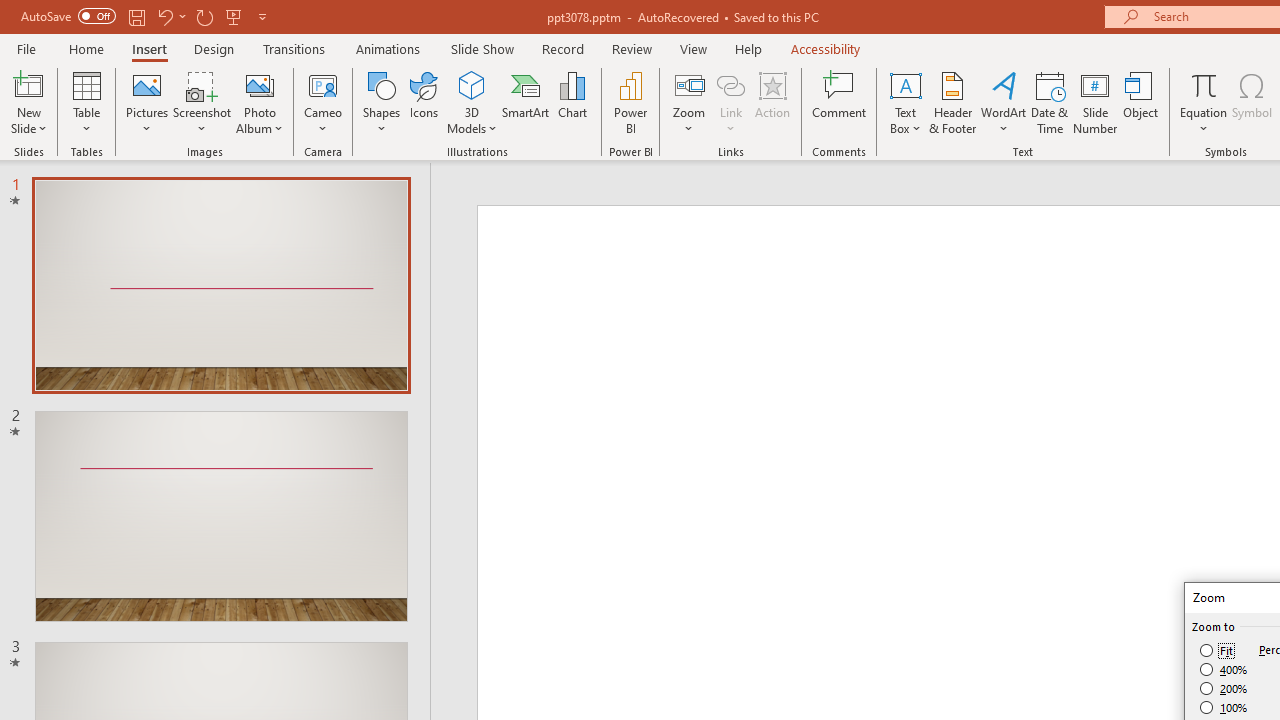 Image resolution: width=1280 pixels, height=720 pixels. Describe the element at coordinates (904, 84) in the screenshot. I see `'Draw Horizontal Text Box'` at that location.